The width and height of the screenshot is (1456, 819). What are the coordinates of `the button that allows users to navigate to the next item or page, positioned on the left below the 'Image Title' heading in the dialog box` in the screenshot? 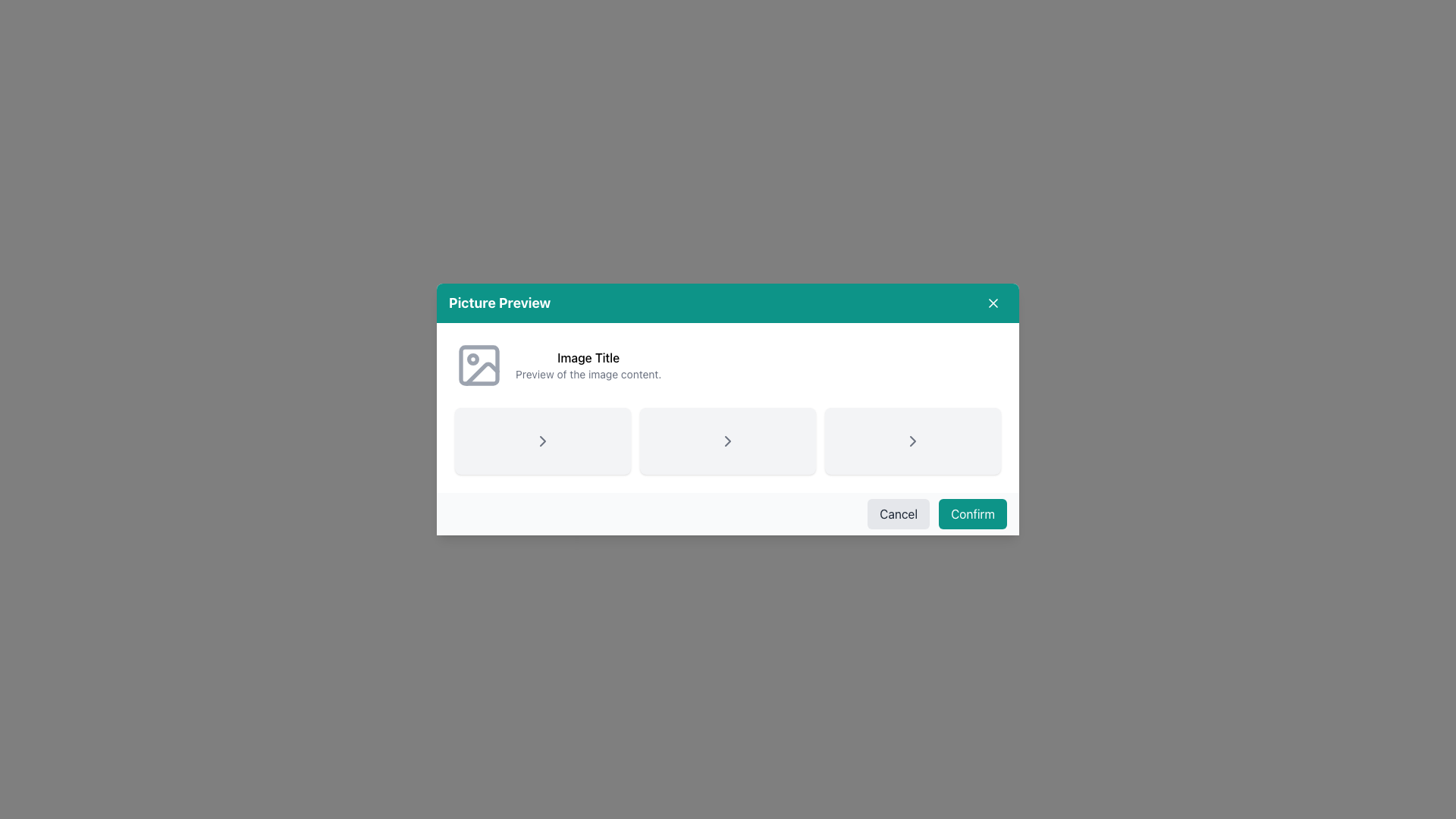 It's located at (542, 441).